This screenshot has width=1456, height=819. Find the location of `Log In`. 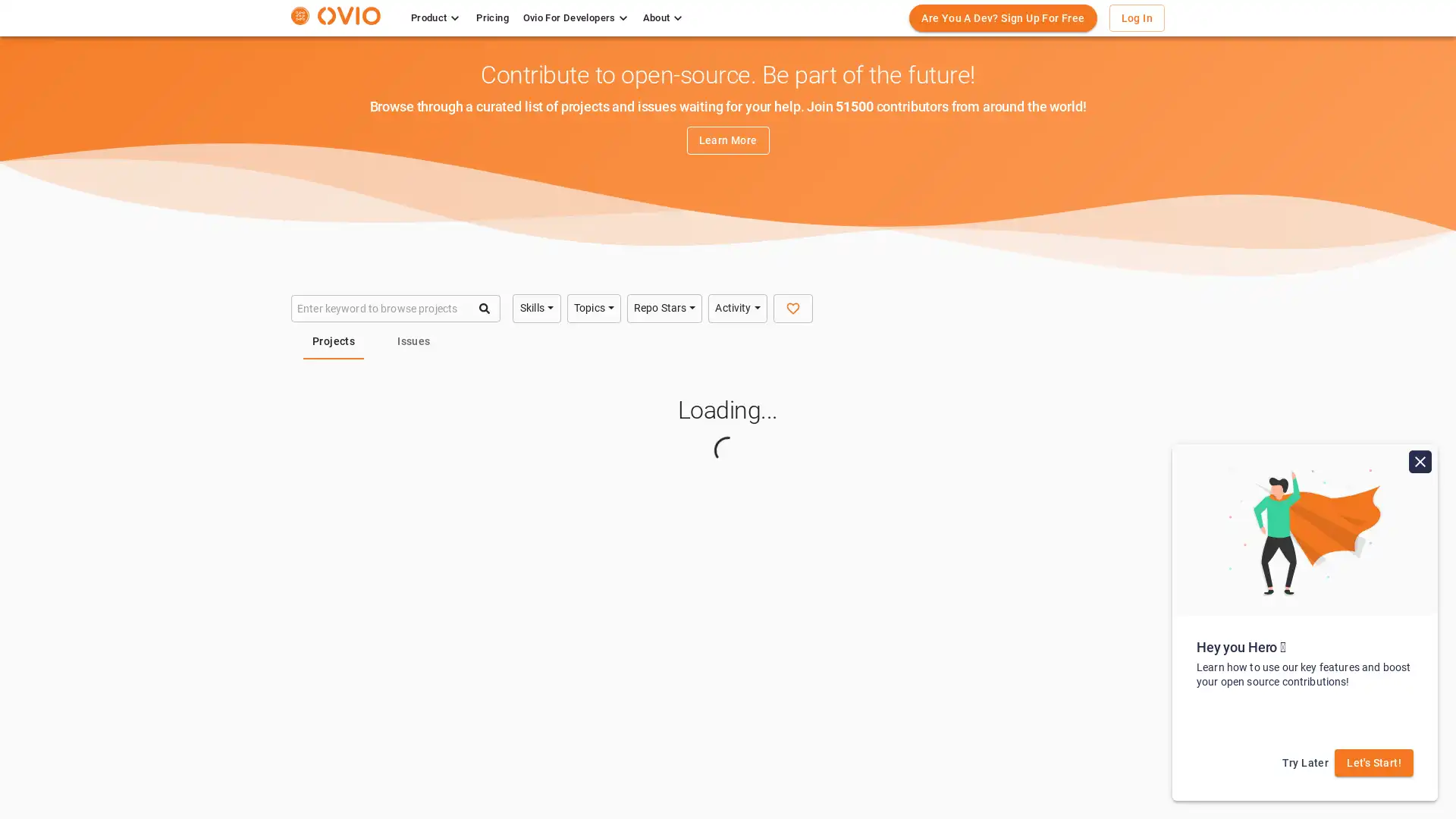

Log In is located at coordinates (1136, 17).